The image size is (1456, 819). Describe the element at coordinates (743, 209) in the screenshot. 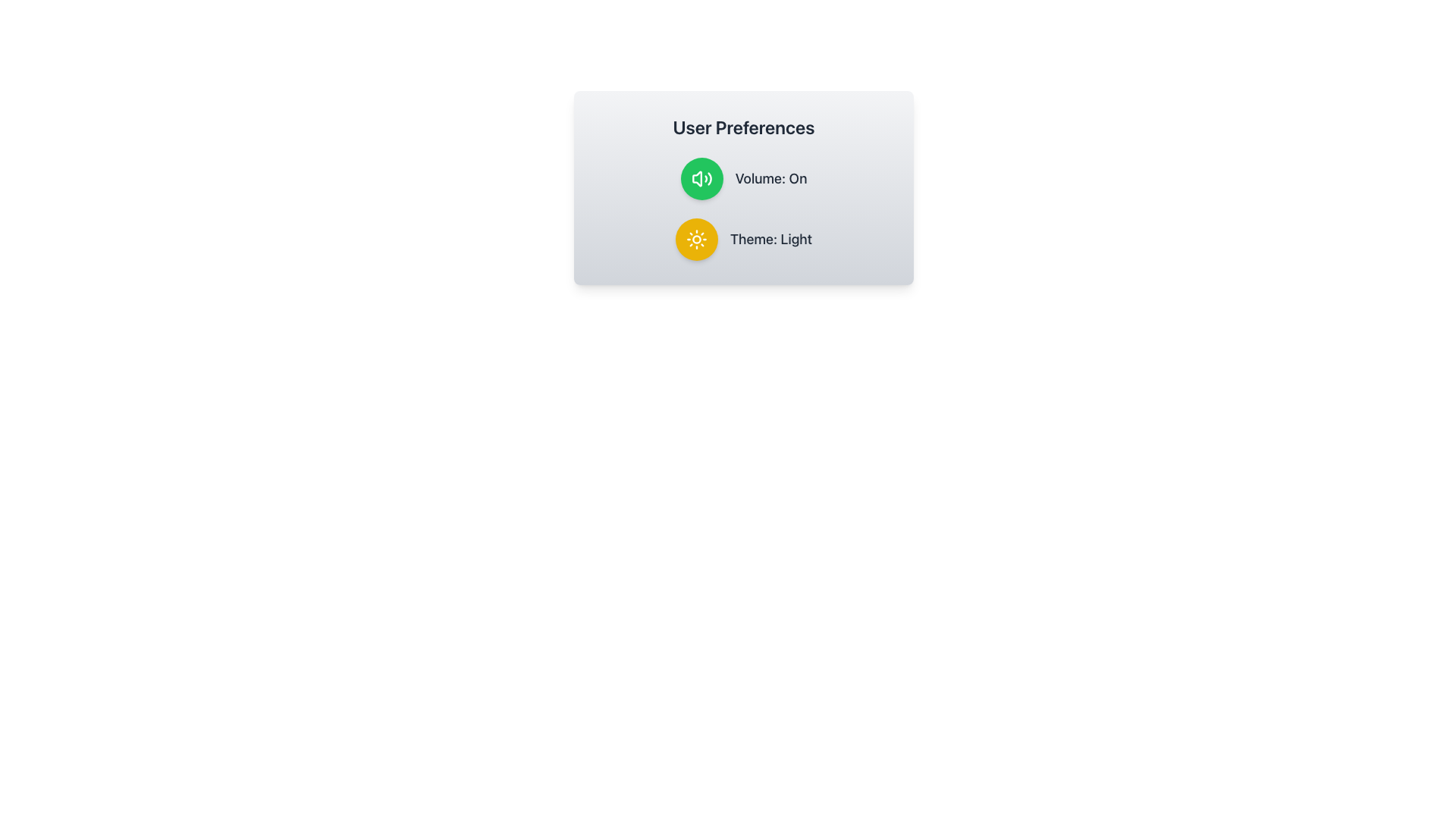

I see `the configuration overview element displaying current settings for volume and theme, located in the 'User Preferences' section beneath the title 'User Preferences.'` at that location.